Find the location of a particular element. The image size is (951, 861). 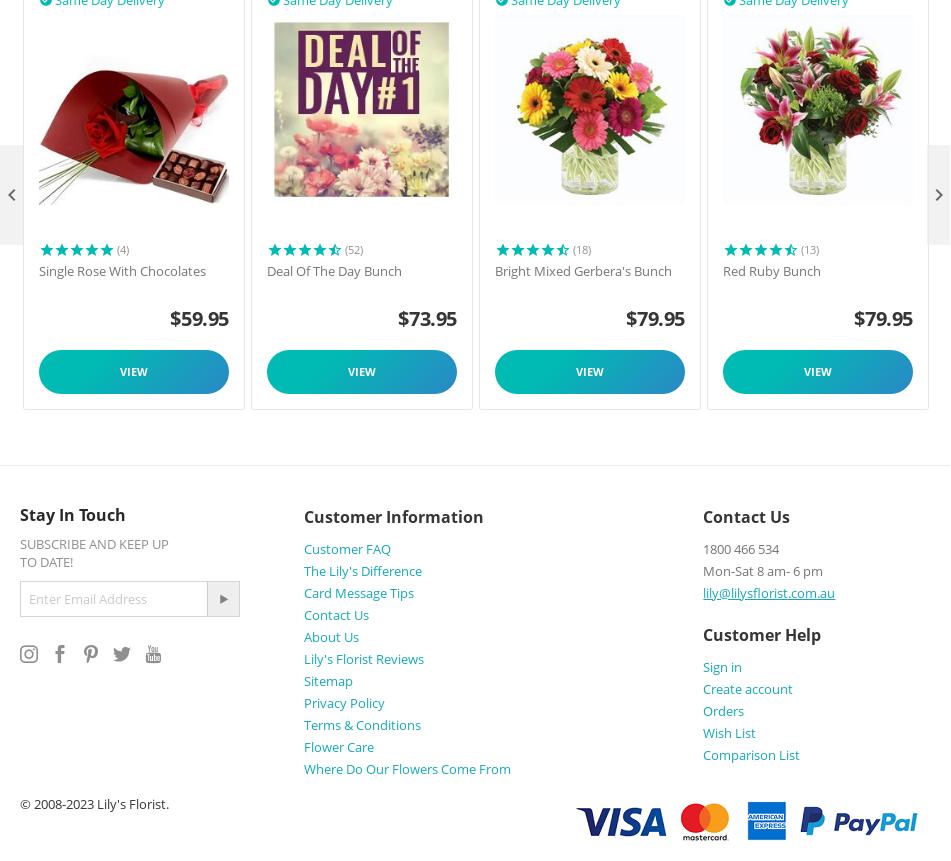

'Subscribe and keep up to date!' is located at coordinates (94, 551).